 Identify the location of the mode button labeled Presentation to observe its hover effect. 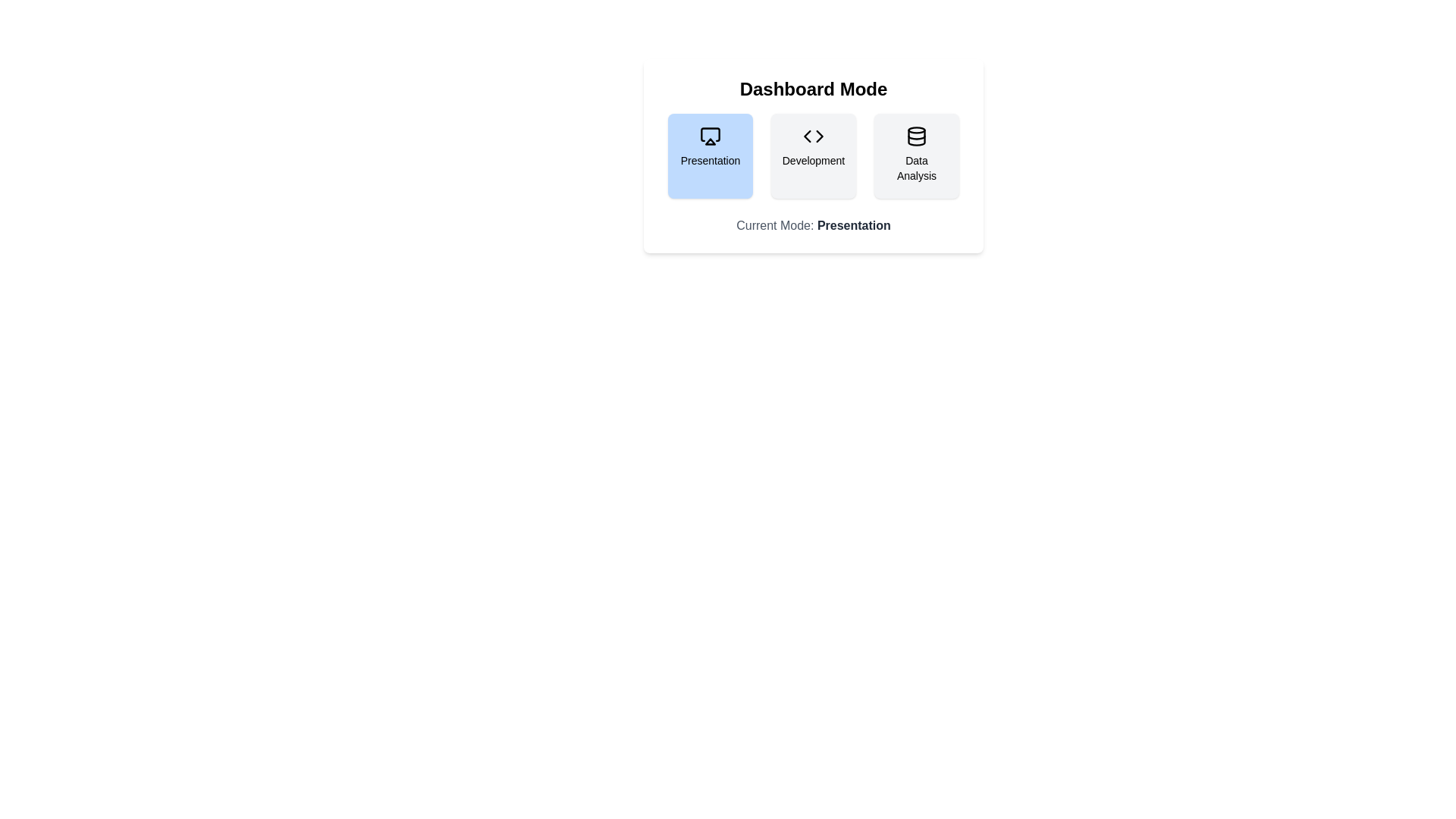
(709, 155).